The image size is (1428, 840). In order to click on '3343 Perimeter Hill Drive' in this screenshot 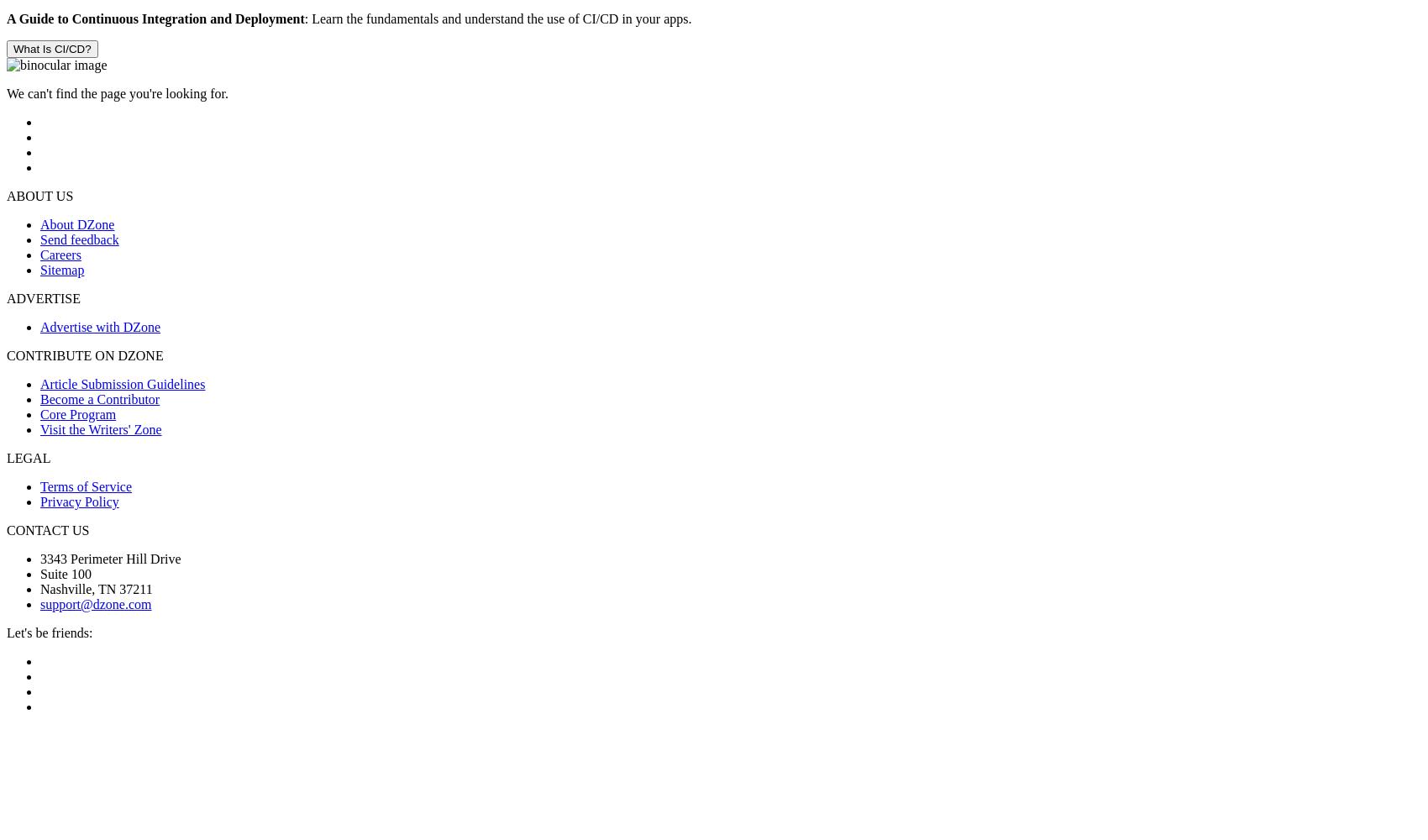, I will do `click(39, 559)`.